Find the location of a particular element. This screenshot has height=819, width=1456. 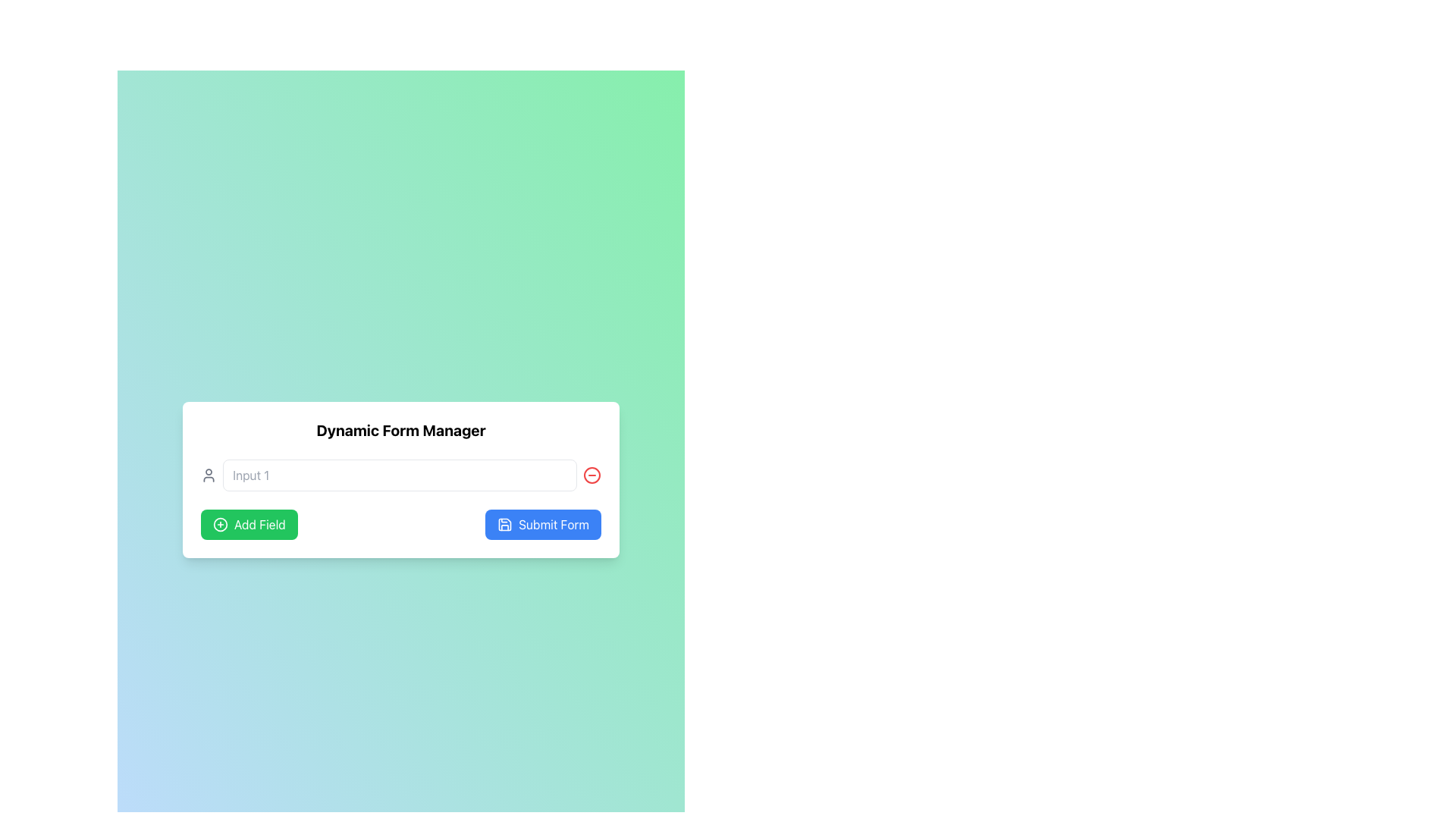

the submit button located at the bottom right of the Dynamic Form Manager interface, adjacent to the 'Add Field' button is located at coordinates (543, 523).